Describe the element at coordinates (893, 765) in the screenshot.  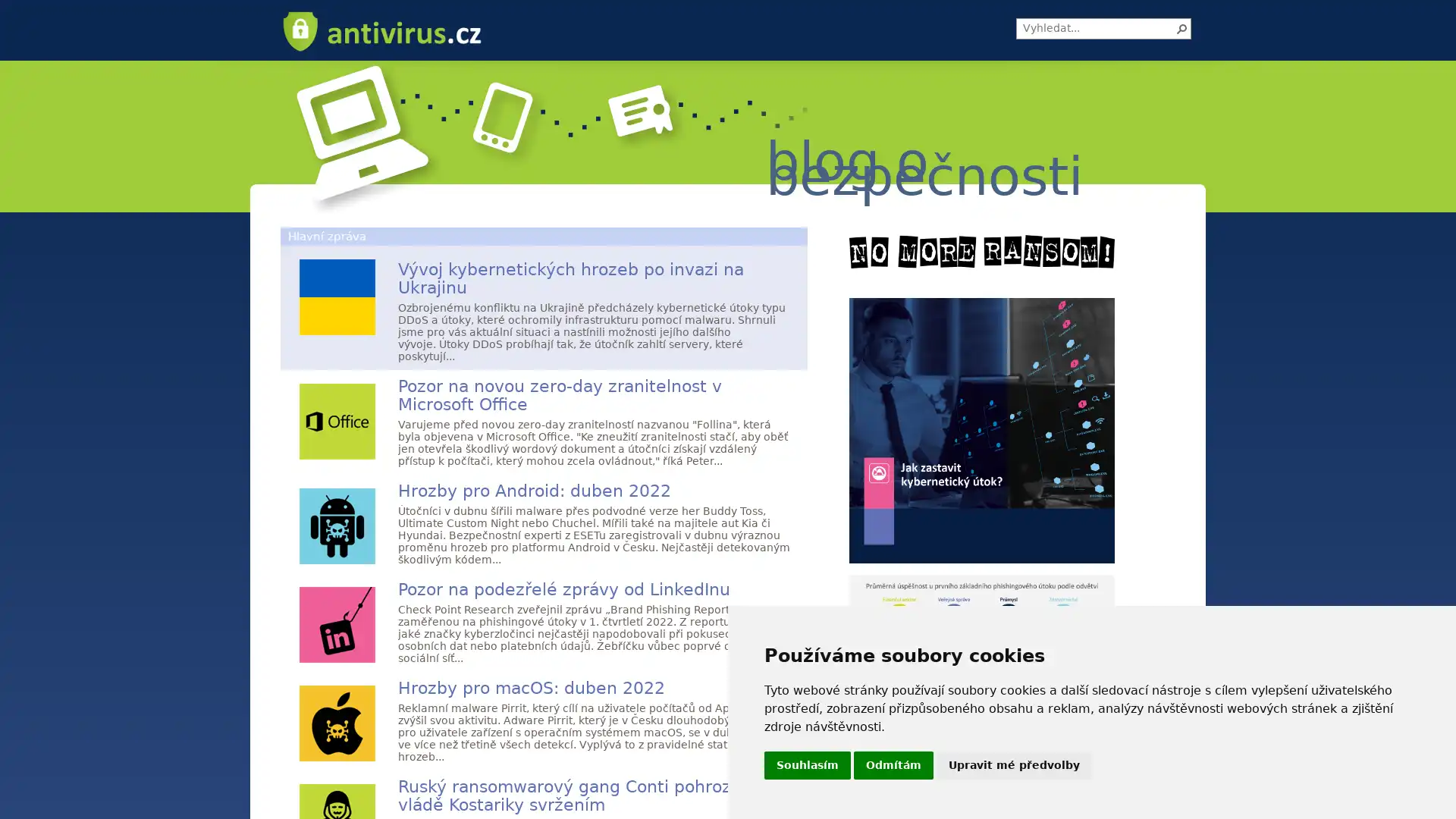
I see `Odmitam` at that location.